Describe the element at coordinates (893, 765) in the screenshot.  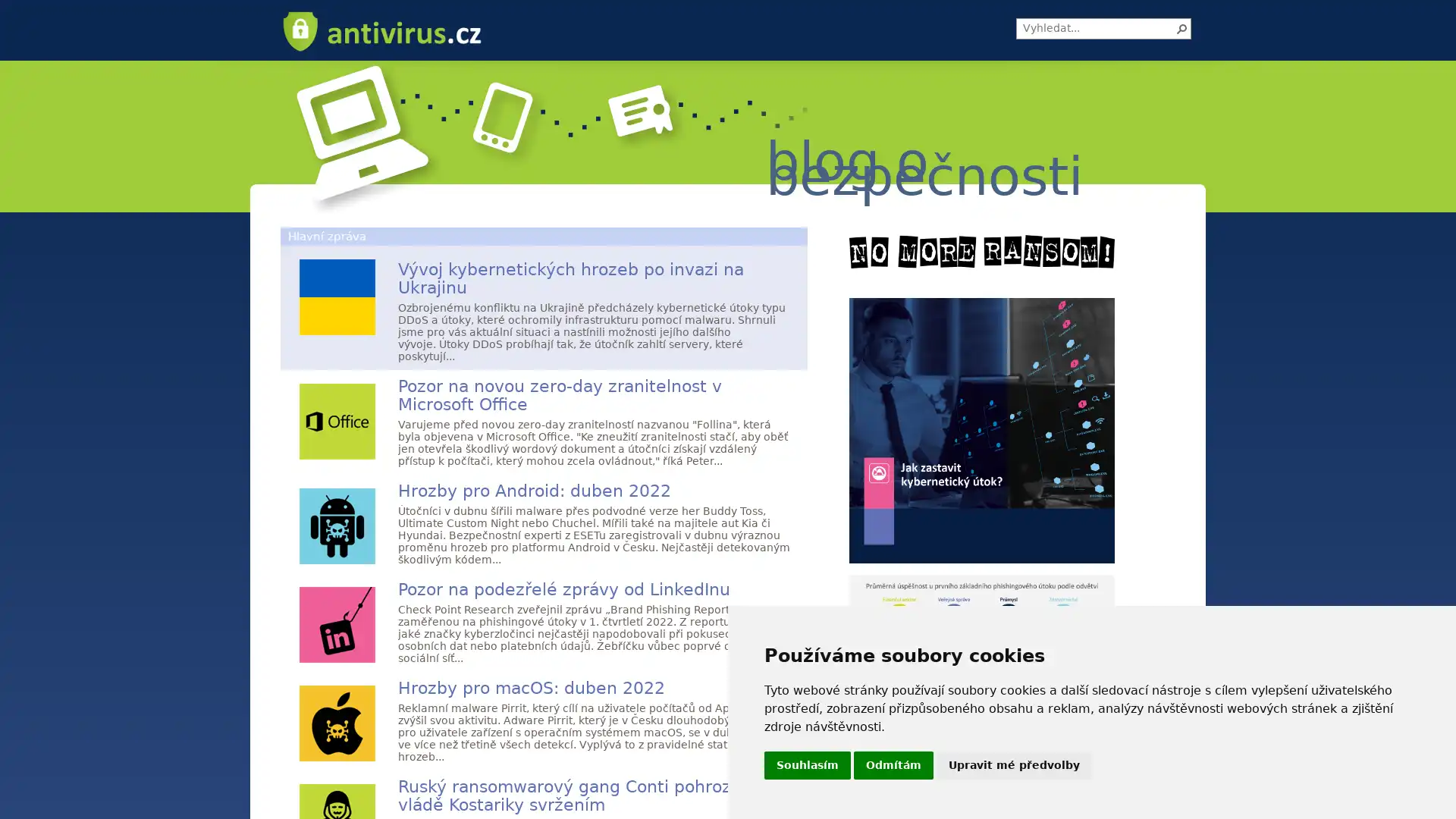
I see `Odmitam` at that location.